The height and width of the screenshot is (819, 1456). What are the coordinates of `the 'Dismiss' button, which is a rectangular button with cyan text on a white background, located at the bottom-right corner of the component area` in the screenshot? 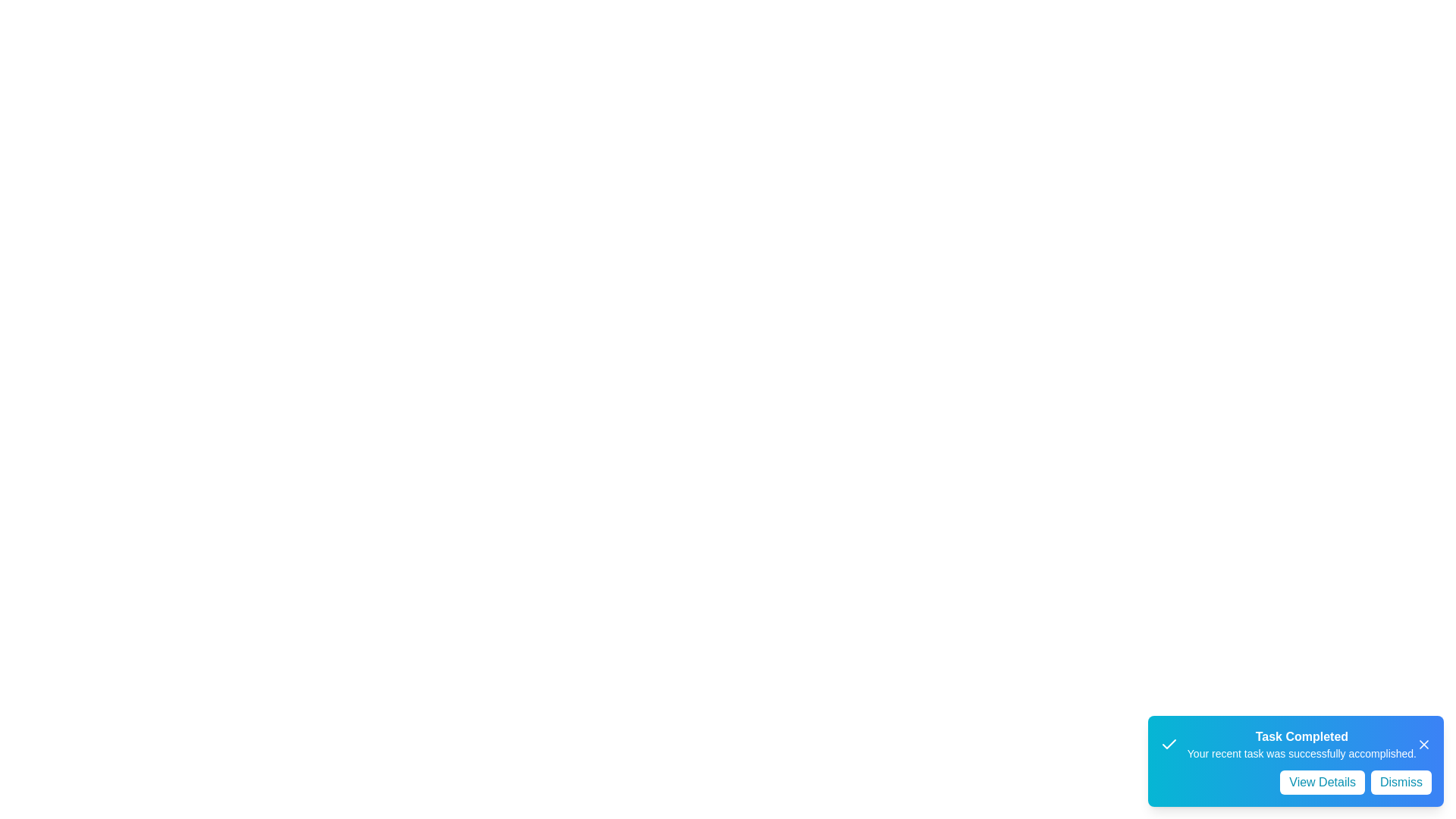 It's located at (1401, 783).